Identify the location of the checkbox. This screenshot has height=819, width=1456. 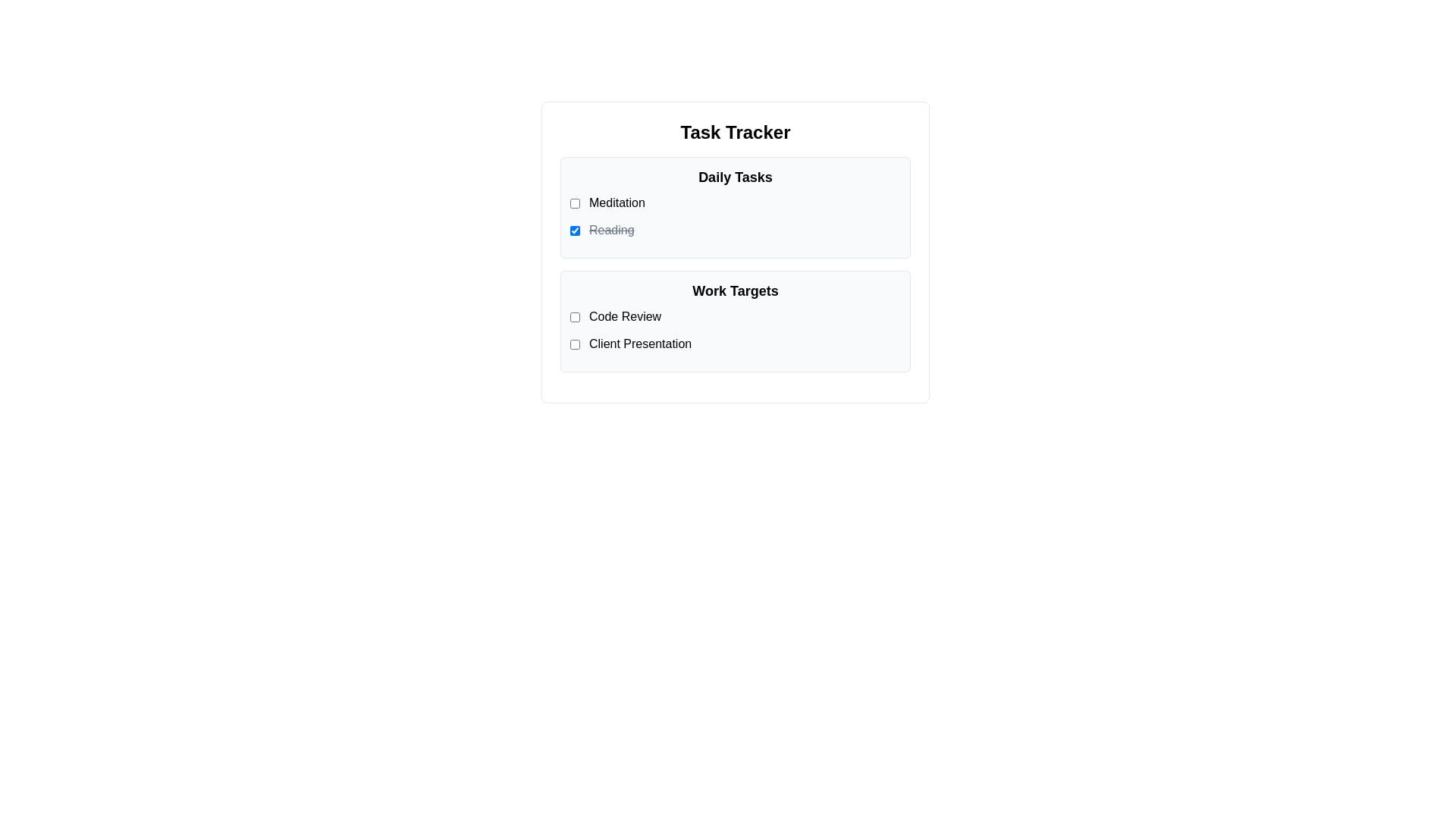
(574, 315).